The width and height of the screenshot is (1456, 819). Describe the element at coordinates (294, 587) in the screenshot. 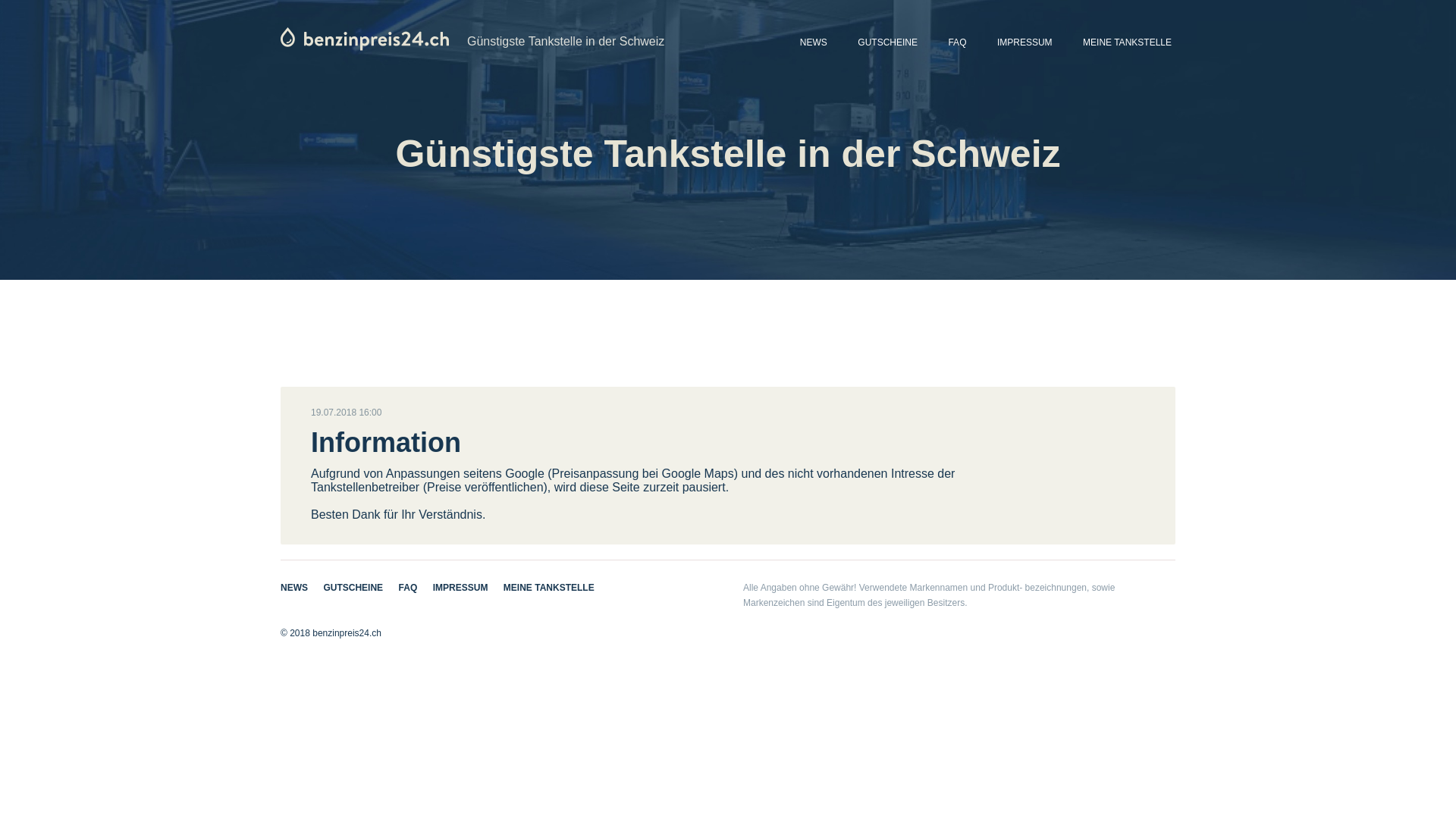

I see `'NEWS'` at that location.